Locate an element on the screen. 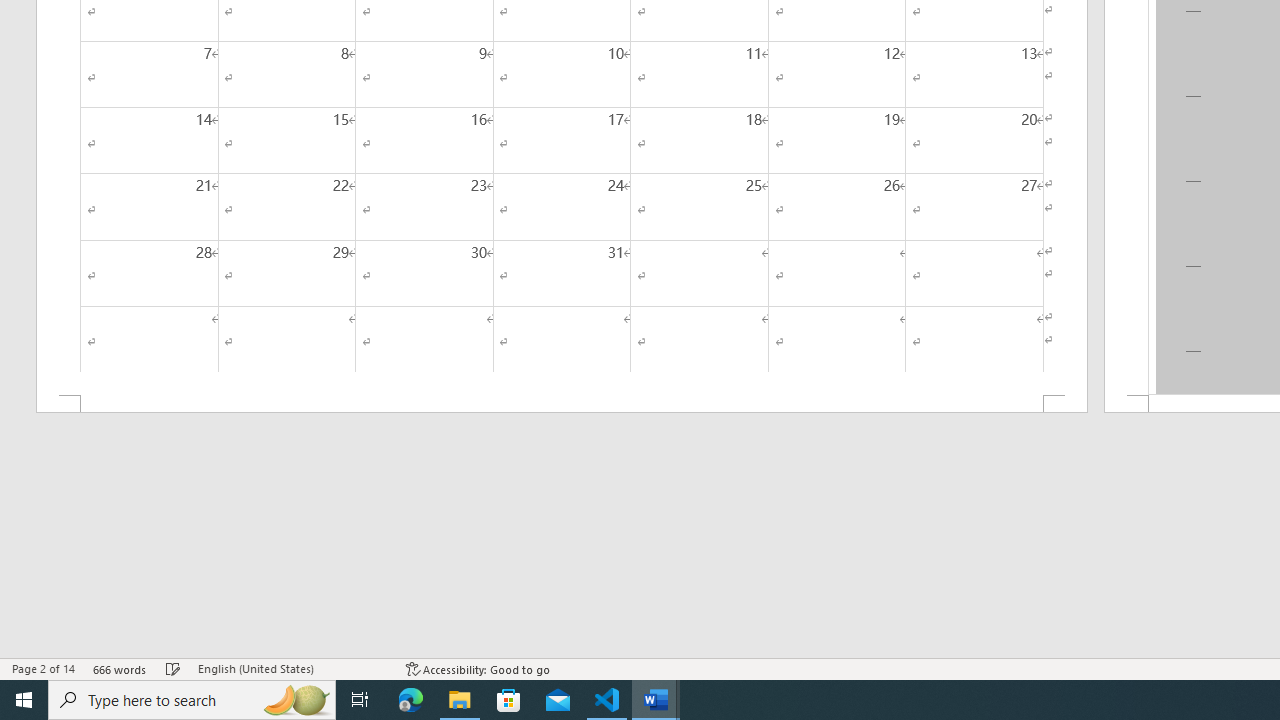 This screenshot has width=1280, height=720. 'Accessibility Checker Accessibility: Good to go' is located at coordinates (477, 669).